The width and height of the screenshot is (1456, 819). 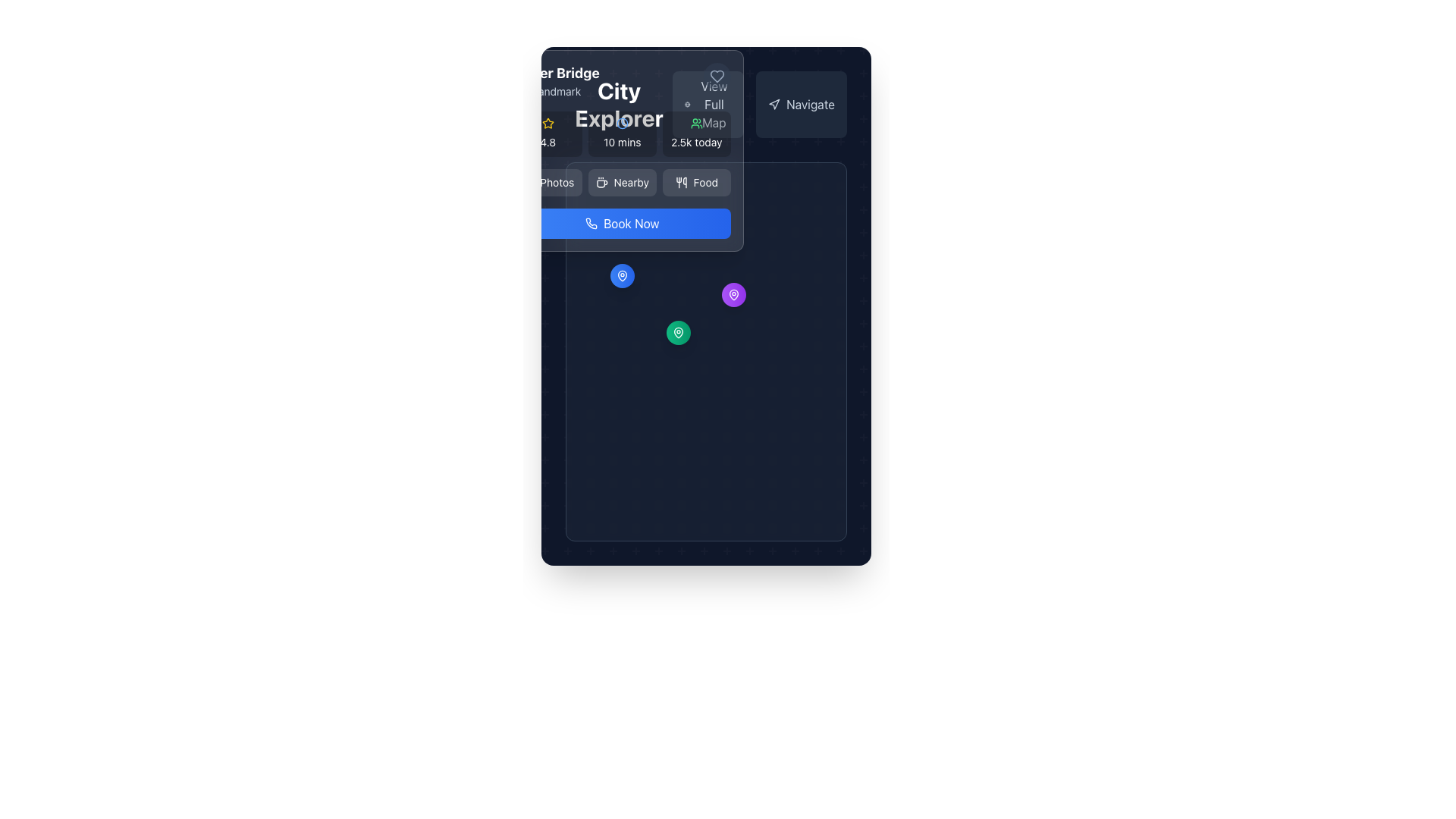 What do you see at coordinates (622, 133) in the screenshot?
I see `the informative label displaying '10 mins' which is styled within a rounded card-like UI component, located in the middle of three horizontally aligned cards, specifically the second card from the left` at bounding box center [622, 133].